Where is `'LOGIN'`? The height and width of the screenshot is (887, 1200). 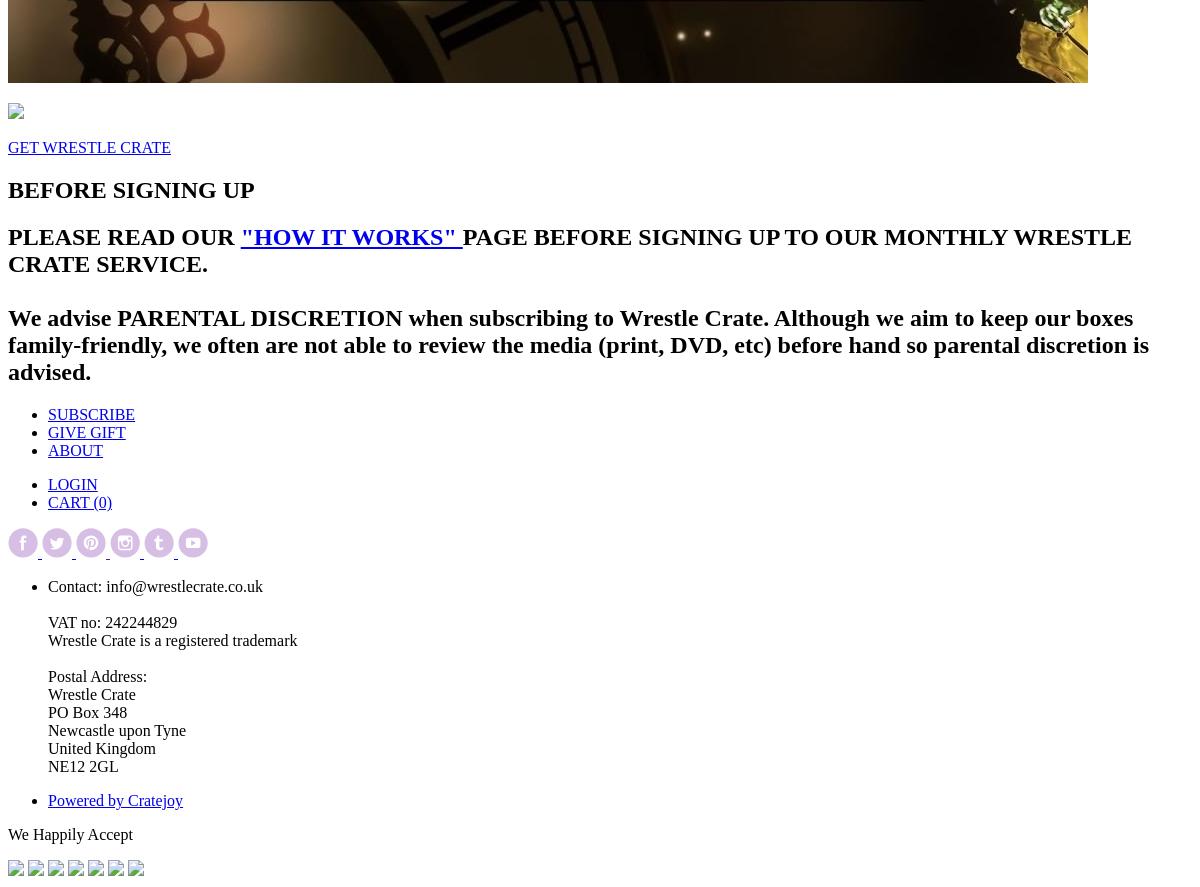
'LOGIN' is located at coordinates (72, 483).